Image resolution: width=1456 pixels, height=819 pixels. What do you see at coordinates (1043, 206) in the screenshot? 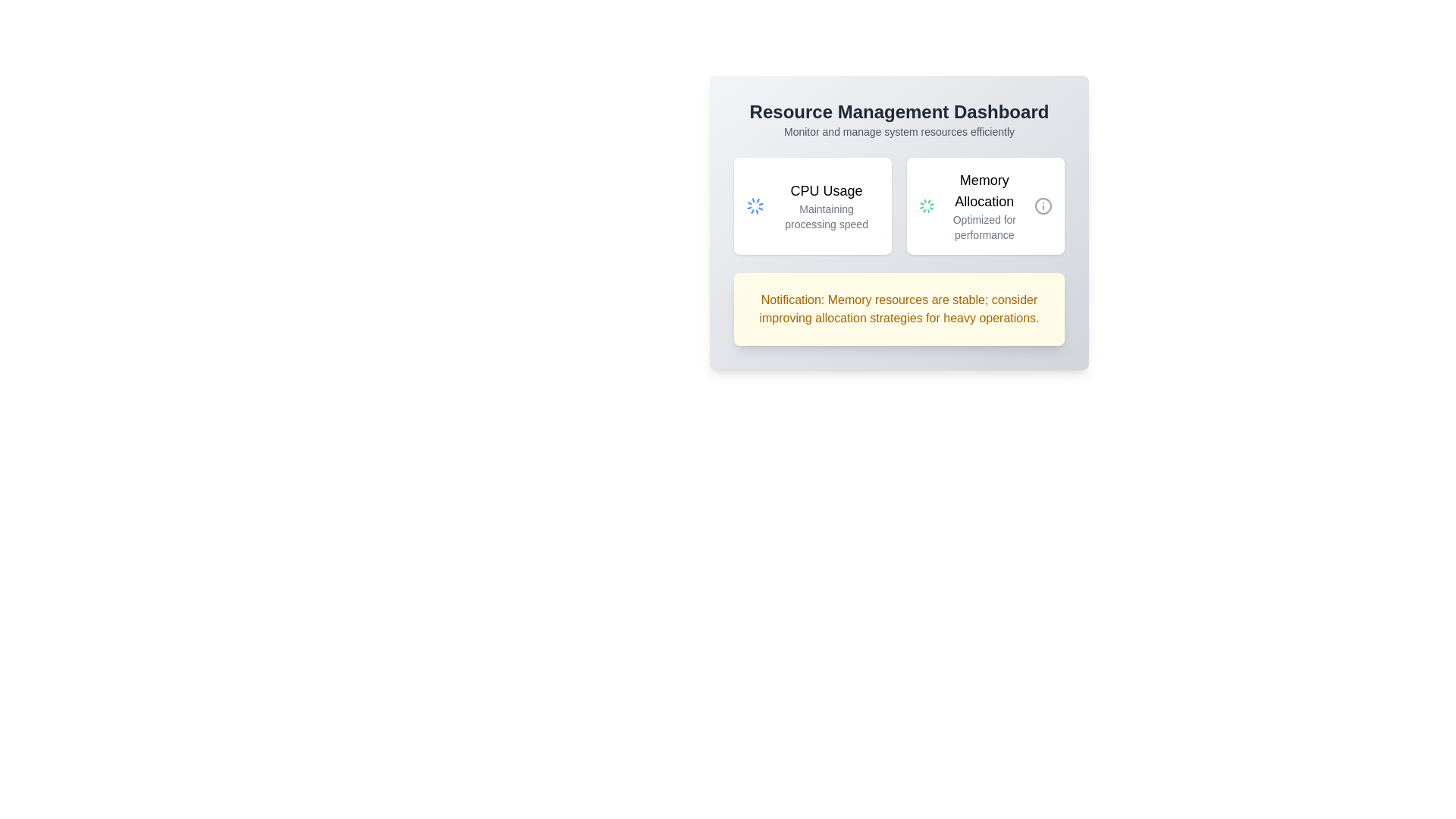
I see `the information icon located in the upper-right corner of the Memory Allocation card, positioned to the right of the title 'Memory Allocation' and above the subtitle 'Optimized for performance.'` at bounding box center [1043, 206].